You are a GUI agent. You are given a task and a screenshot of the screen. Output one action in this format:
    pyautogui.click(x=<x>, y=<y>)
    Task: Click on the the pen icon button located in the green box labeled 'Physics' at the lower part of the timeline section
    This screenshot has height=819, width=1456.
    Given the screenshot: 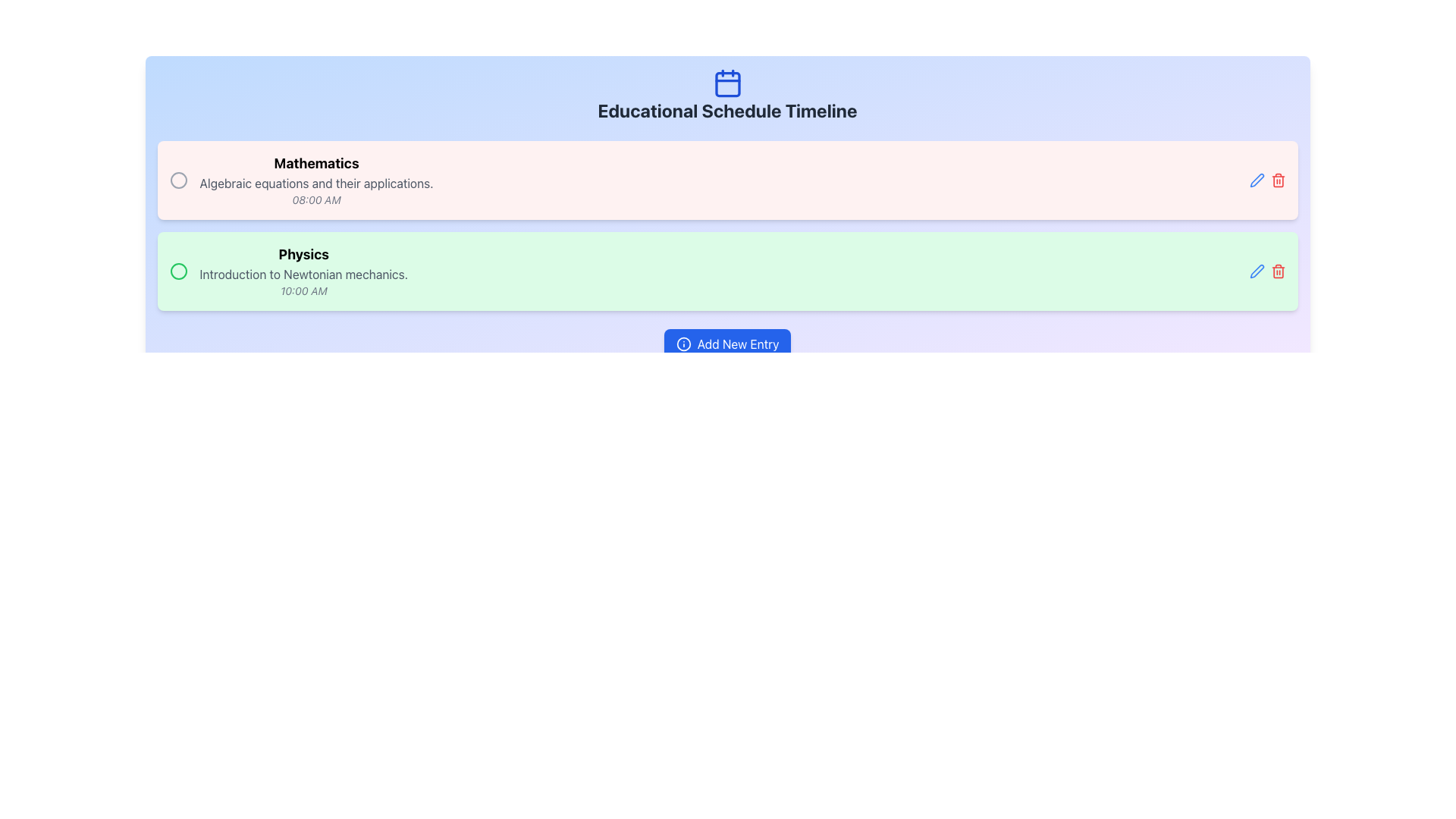 What is the action you would take?
    pyautogui.click(x=1257, y=271)
    